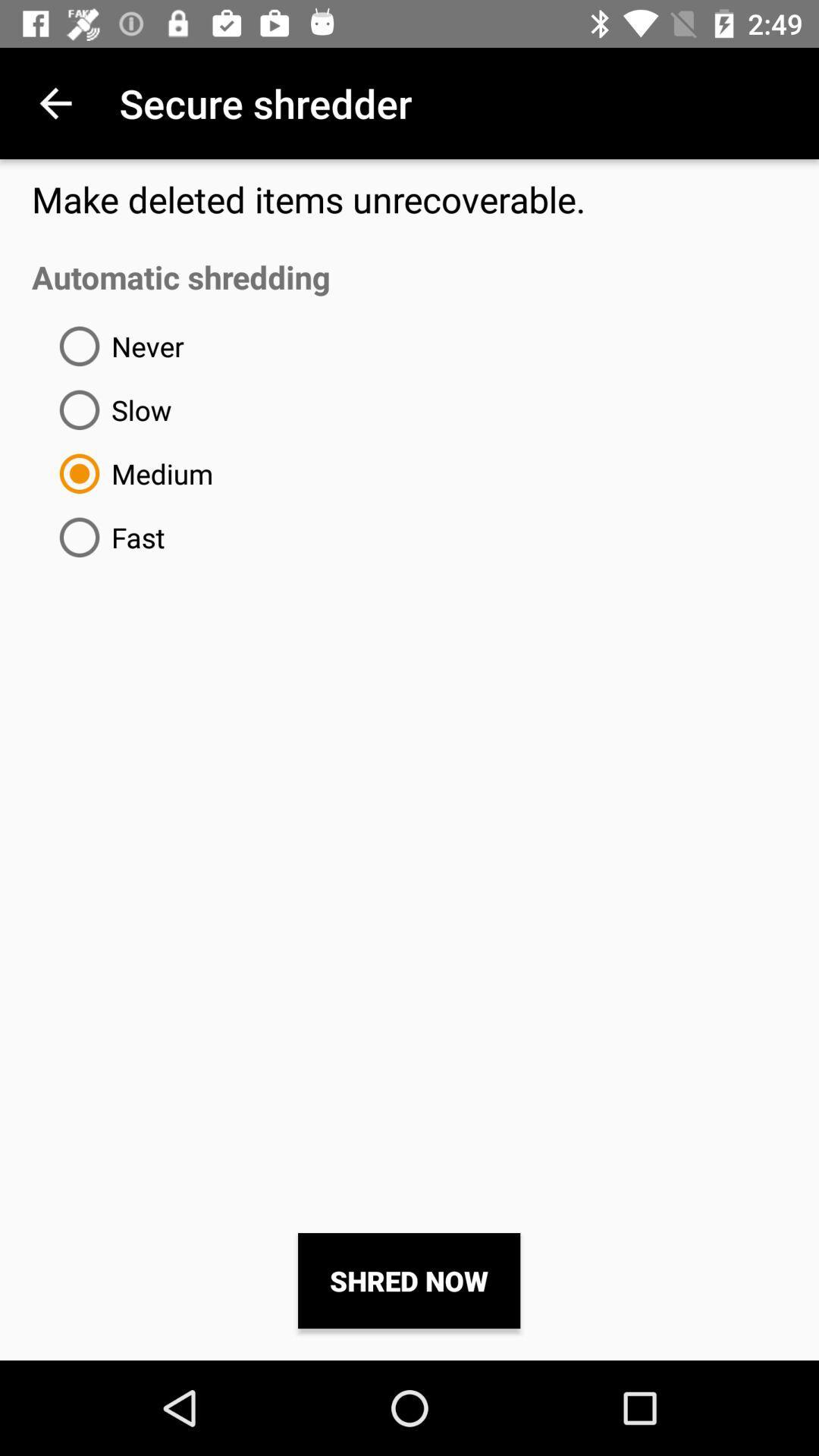 This screenshot has width=819, height=1456. Describe the element at coordinates (105, 537) in the screenshot. I see `the fast item` at that location.